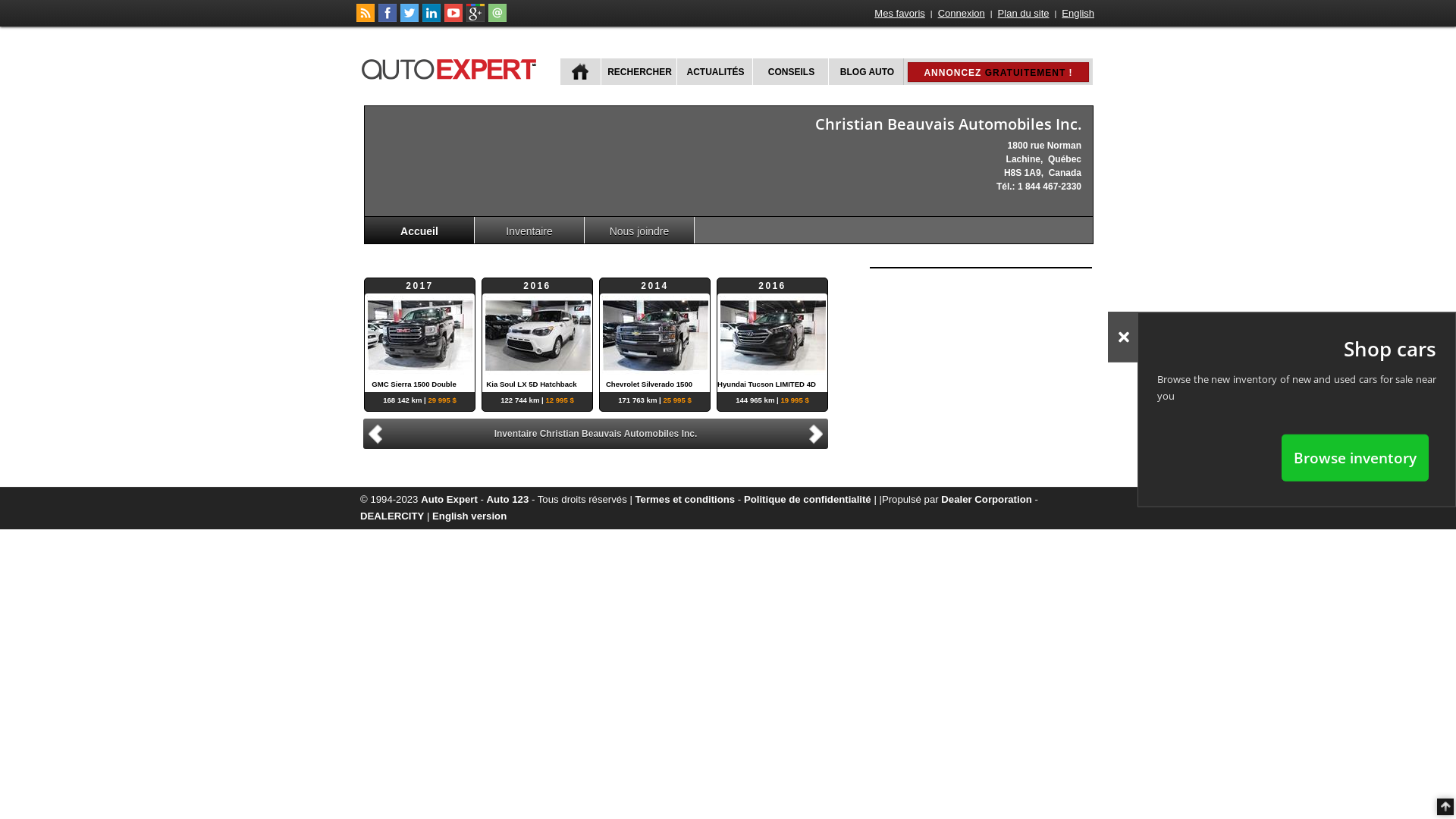  What do you see at coordinates (560, 71) in the screenshot?
I see `'ACCUEIL'` at bounding box center [560, 71].